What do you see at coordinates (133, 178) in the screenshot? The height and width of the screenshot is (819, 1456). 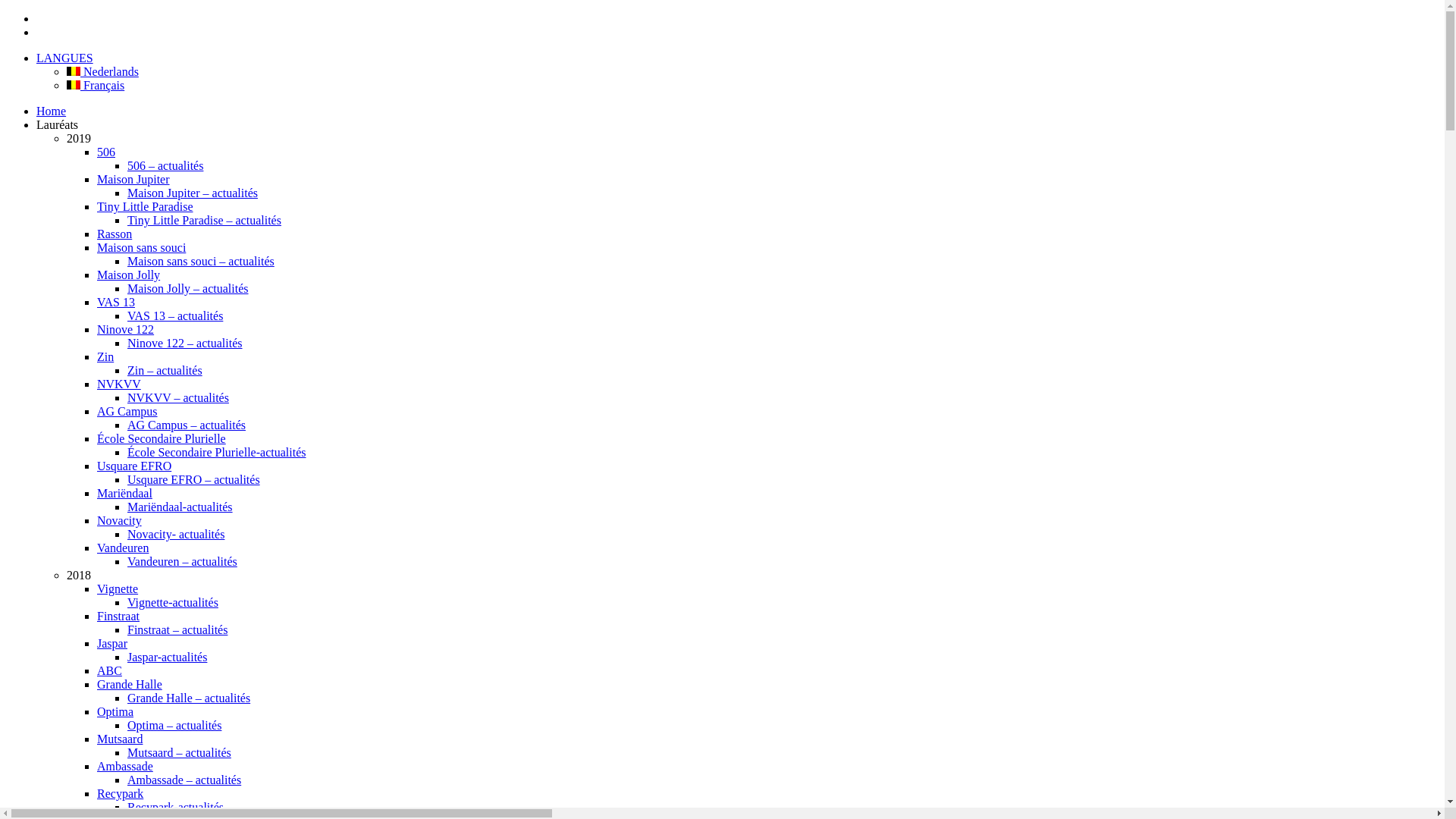 I see `'Maison Jupiter'` at bounding box center [133, 178].